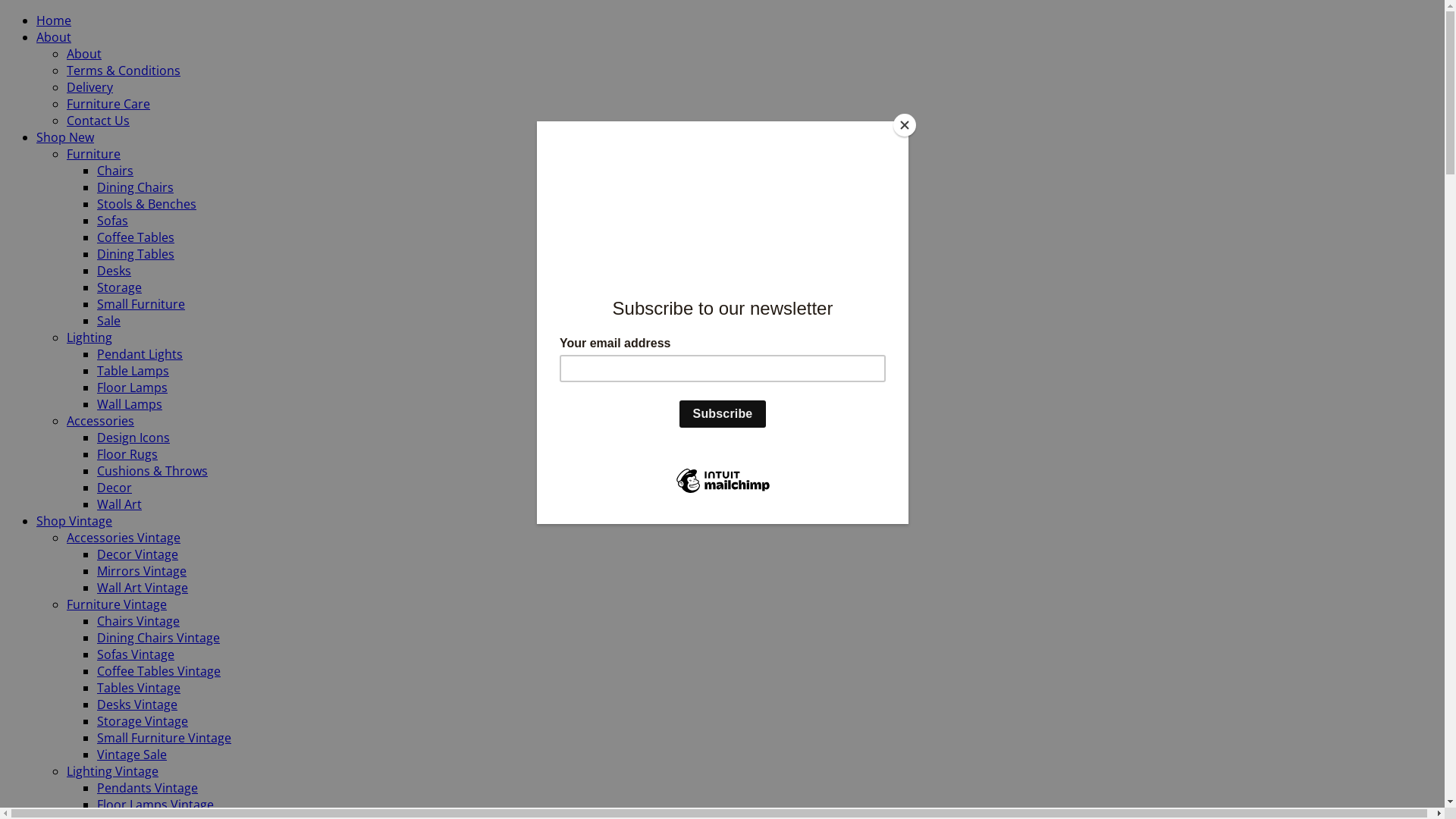 The height and width of the screenshot is (819, 1456). Describe the element at coordinates (135, 186) in the screenshot. I see `'Dining Chairs'` at that location.